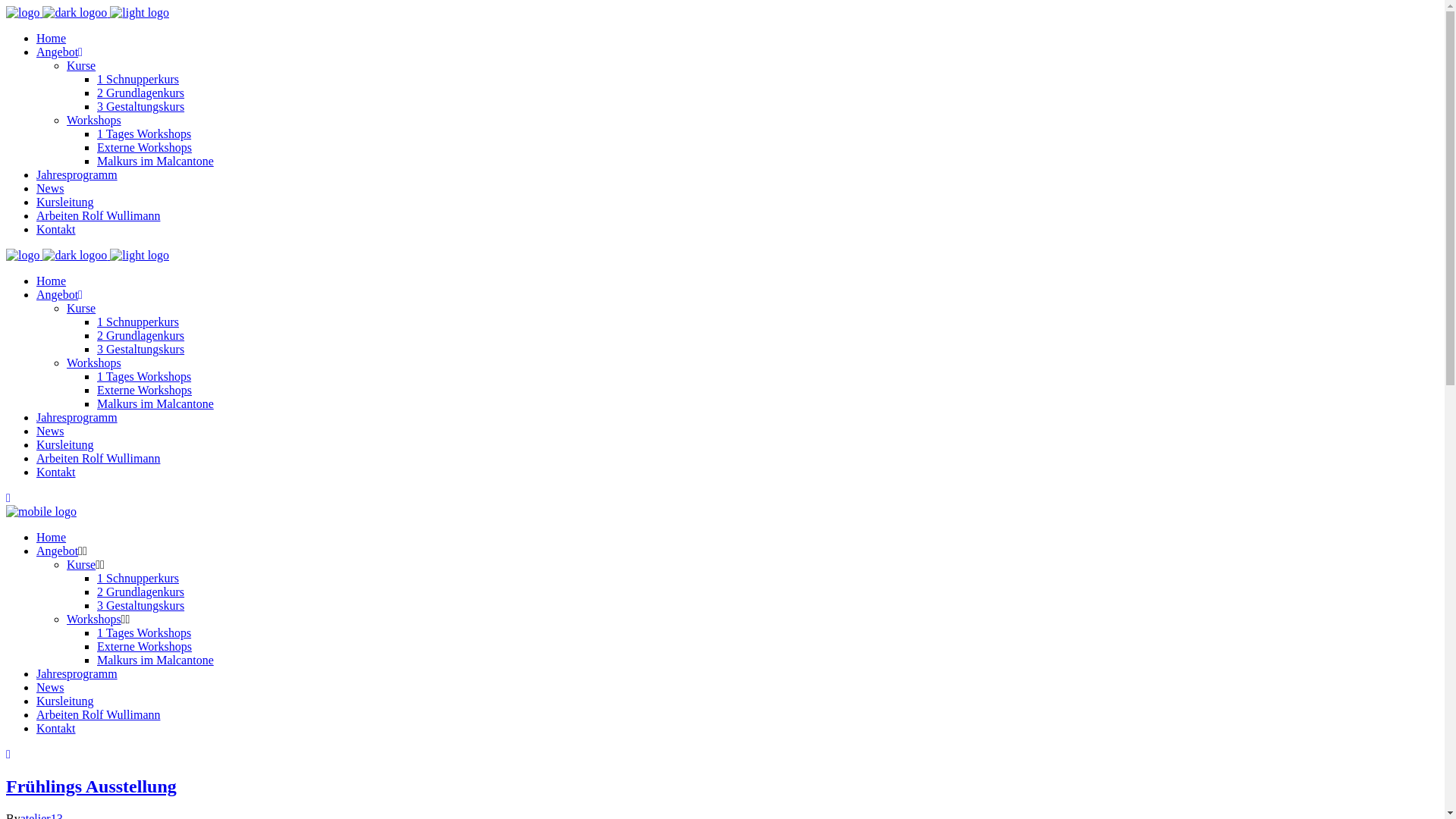 This screenshot has width=1456, height=819. Describe the element at coordinates (65, 564) in the screenshot. I see `'Kurse'` at that location.